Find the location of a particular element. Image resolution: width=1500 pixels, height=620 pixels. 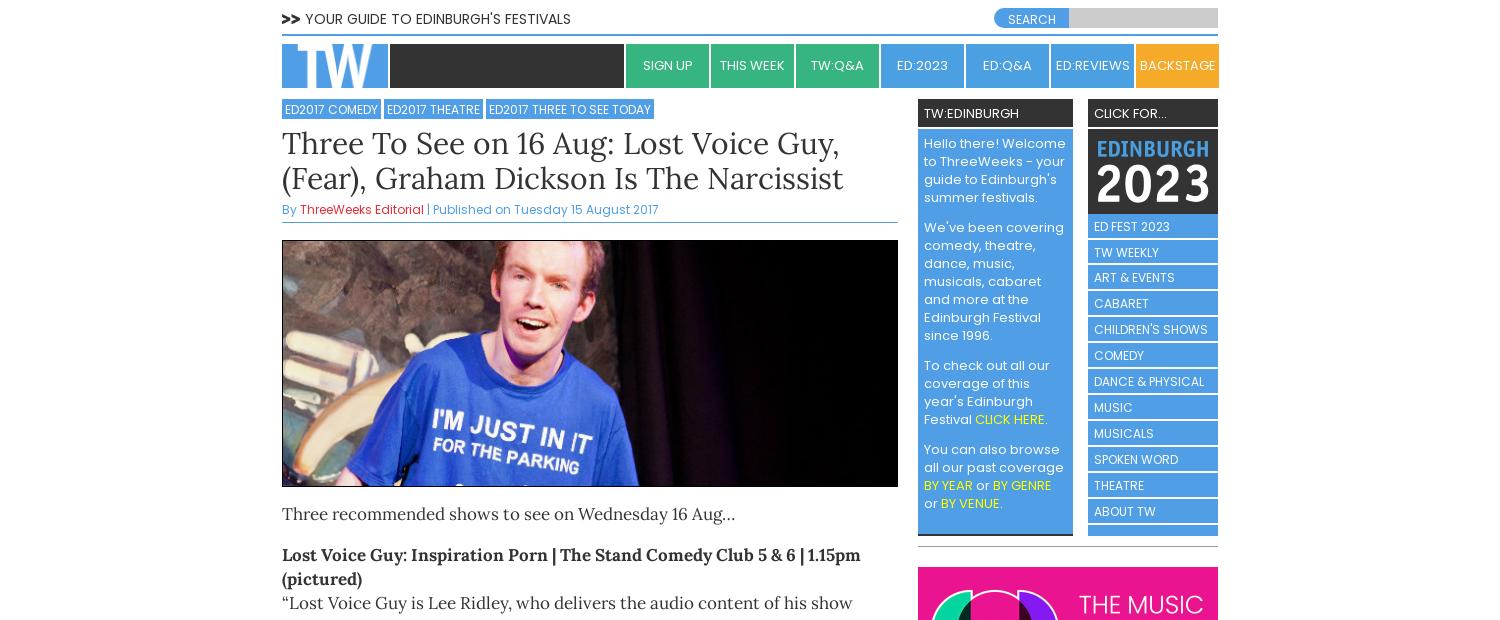

'ED:Q&A' is located at coordinates (981, 63).